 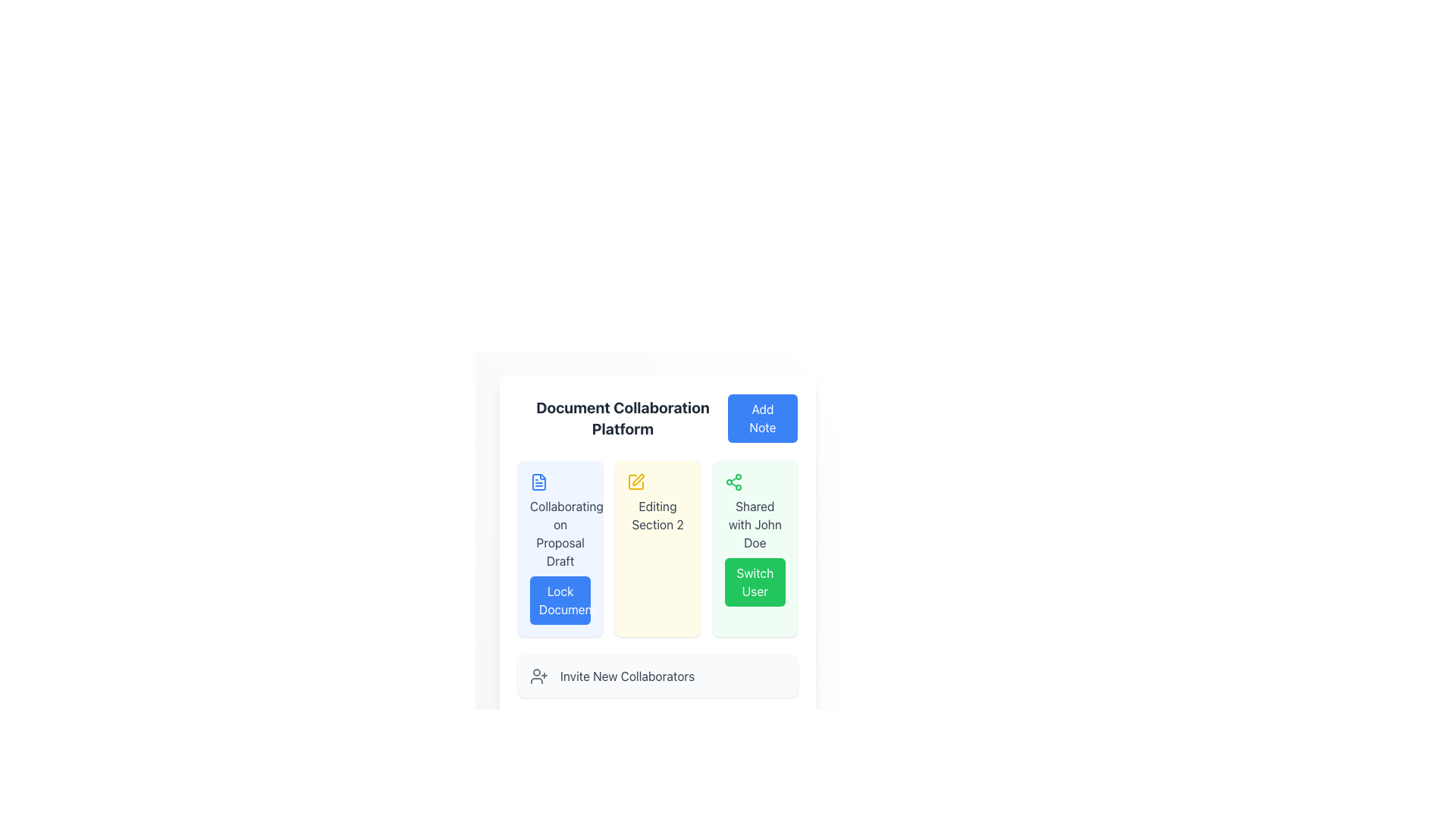 What do you see at coordinates (560, 599) in the screenshot?
I see `the button with a blue background and white text reading 'Lock Document' located in the card labeled 'Collaborating on Proposal Draft'` at bounding box center [560, 599].